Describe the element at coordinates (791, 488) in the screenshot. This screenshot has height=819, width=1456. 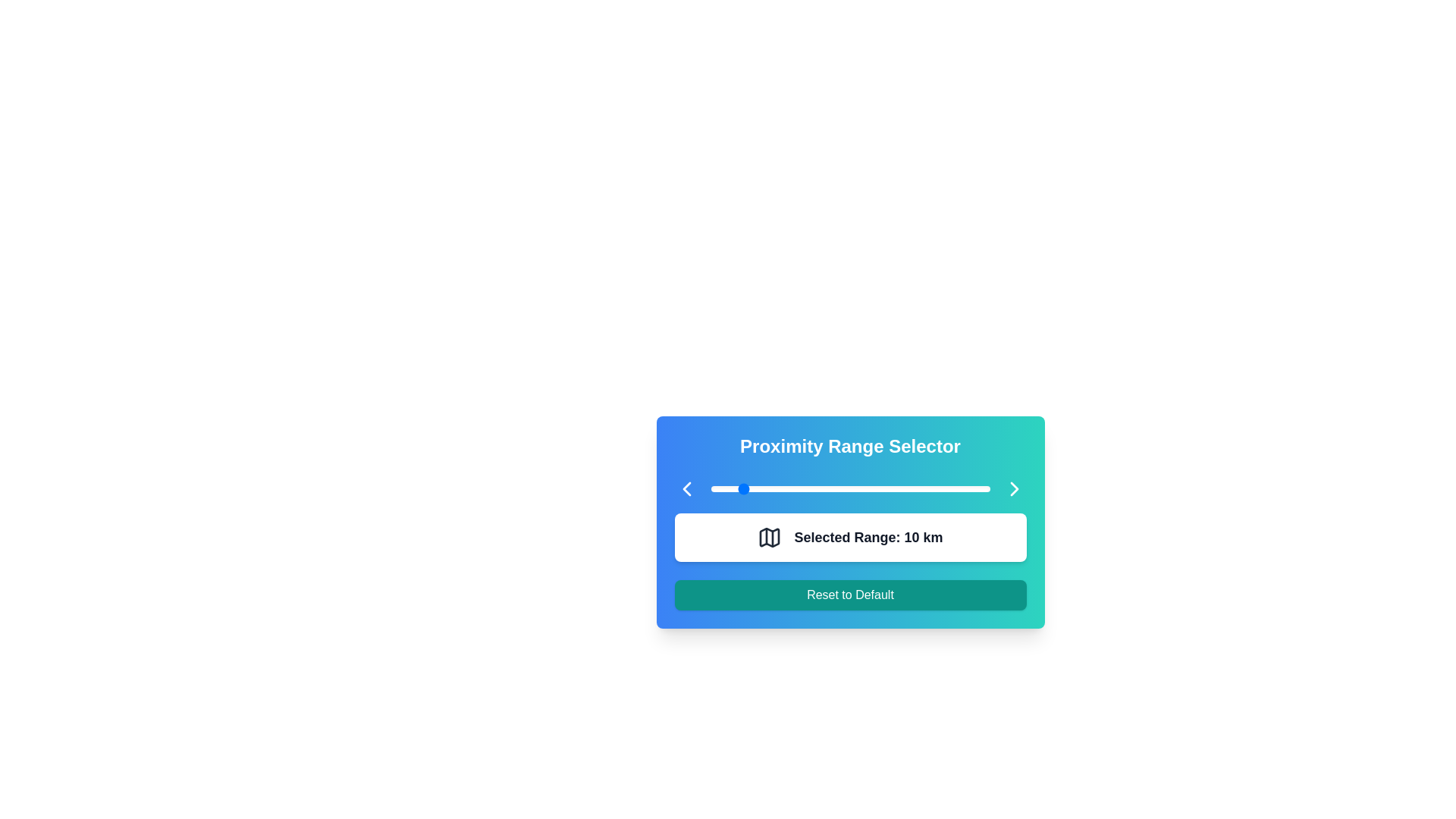
I see `the proximity range` at that location.